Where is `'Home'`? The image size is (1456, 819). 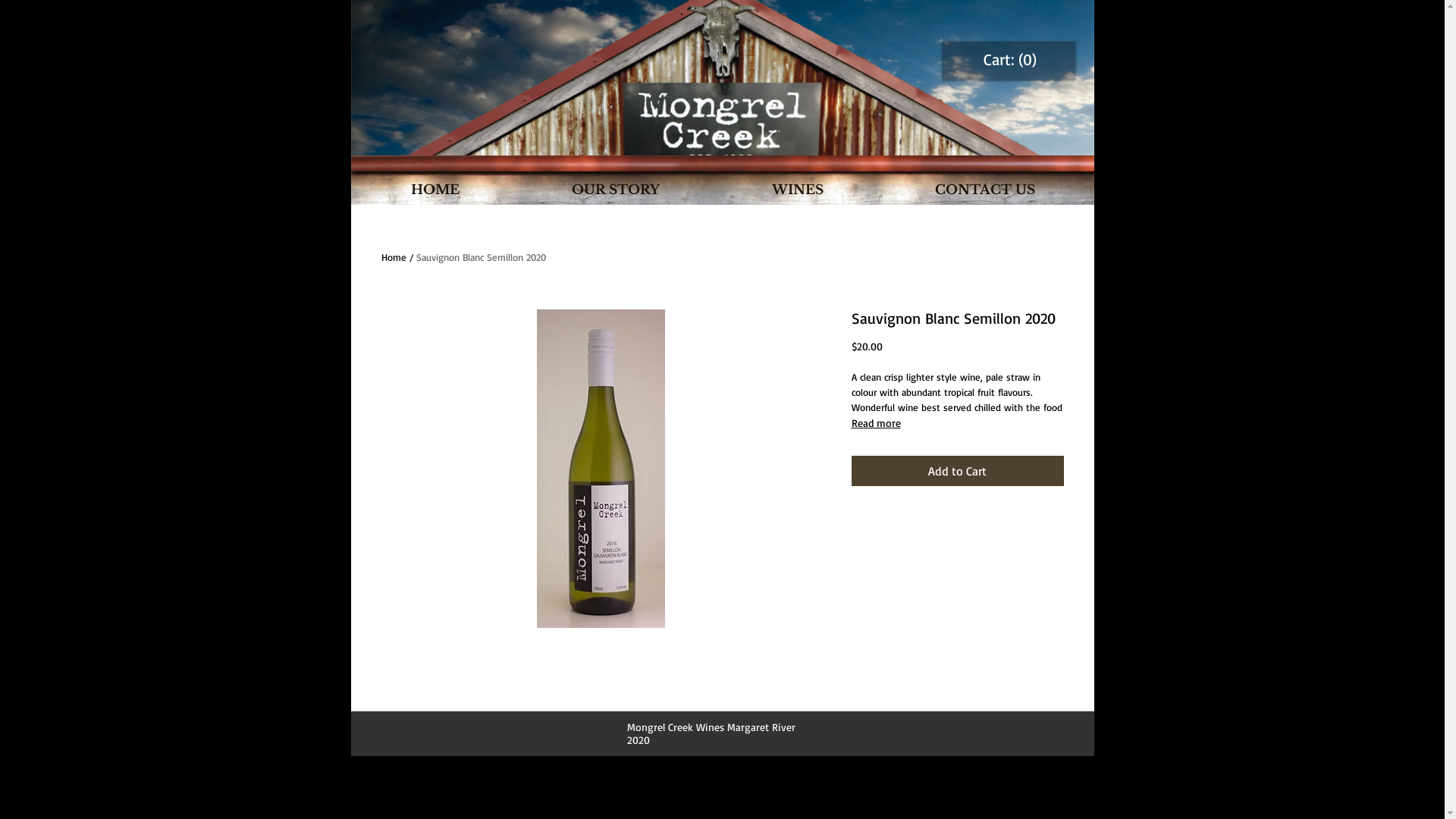
'Home' is located at coordinates (393, 256).